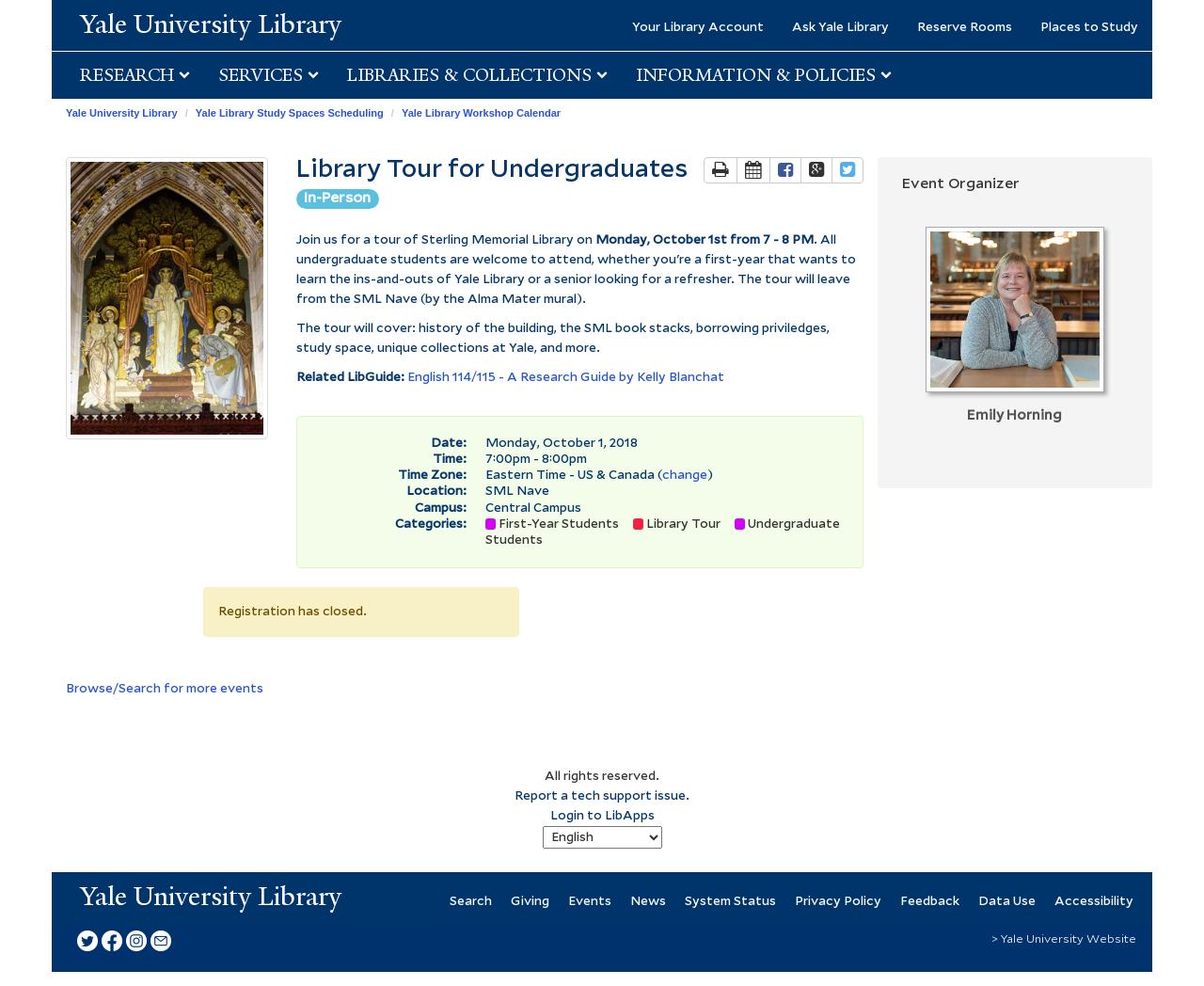 Image resolution: width=1204 pixels, height=986 pixels. I want to click on 'SML Nave', so click(517, 491).